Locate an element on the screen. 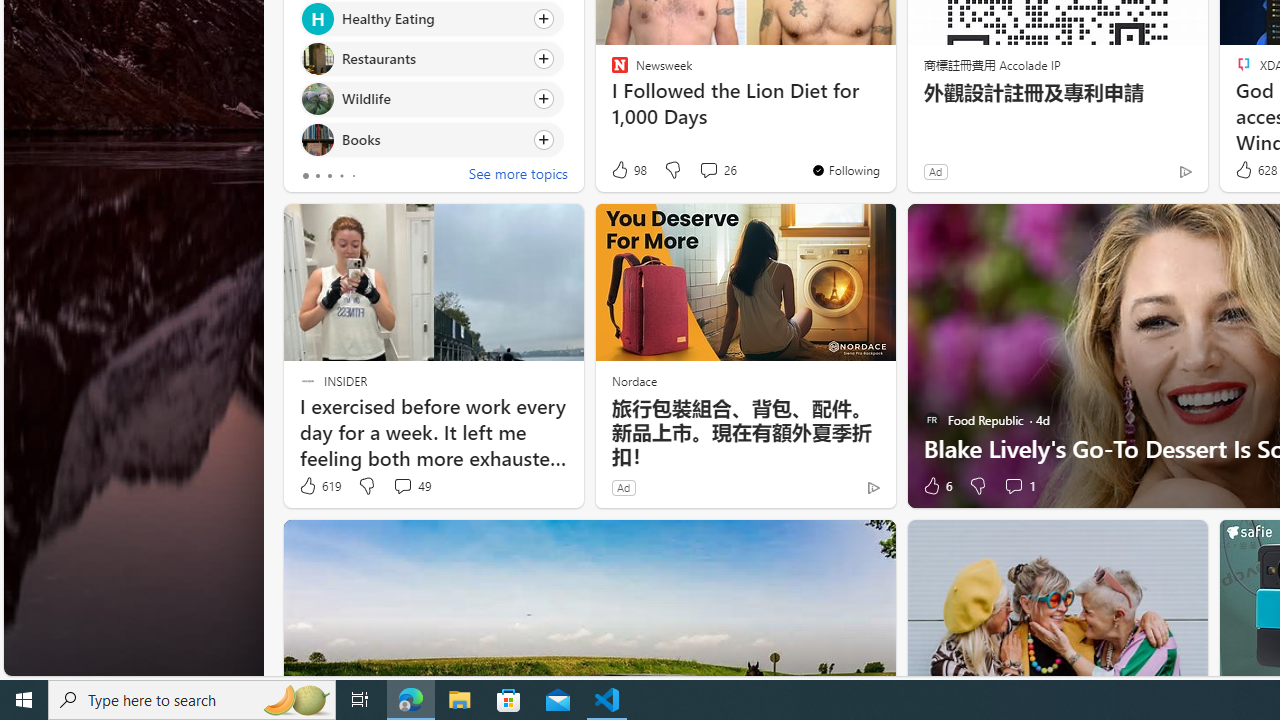 The width and height of the screenshot is (1280, 720). 'tab-4' is located at coordinates (353, 175).